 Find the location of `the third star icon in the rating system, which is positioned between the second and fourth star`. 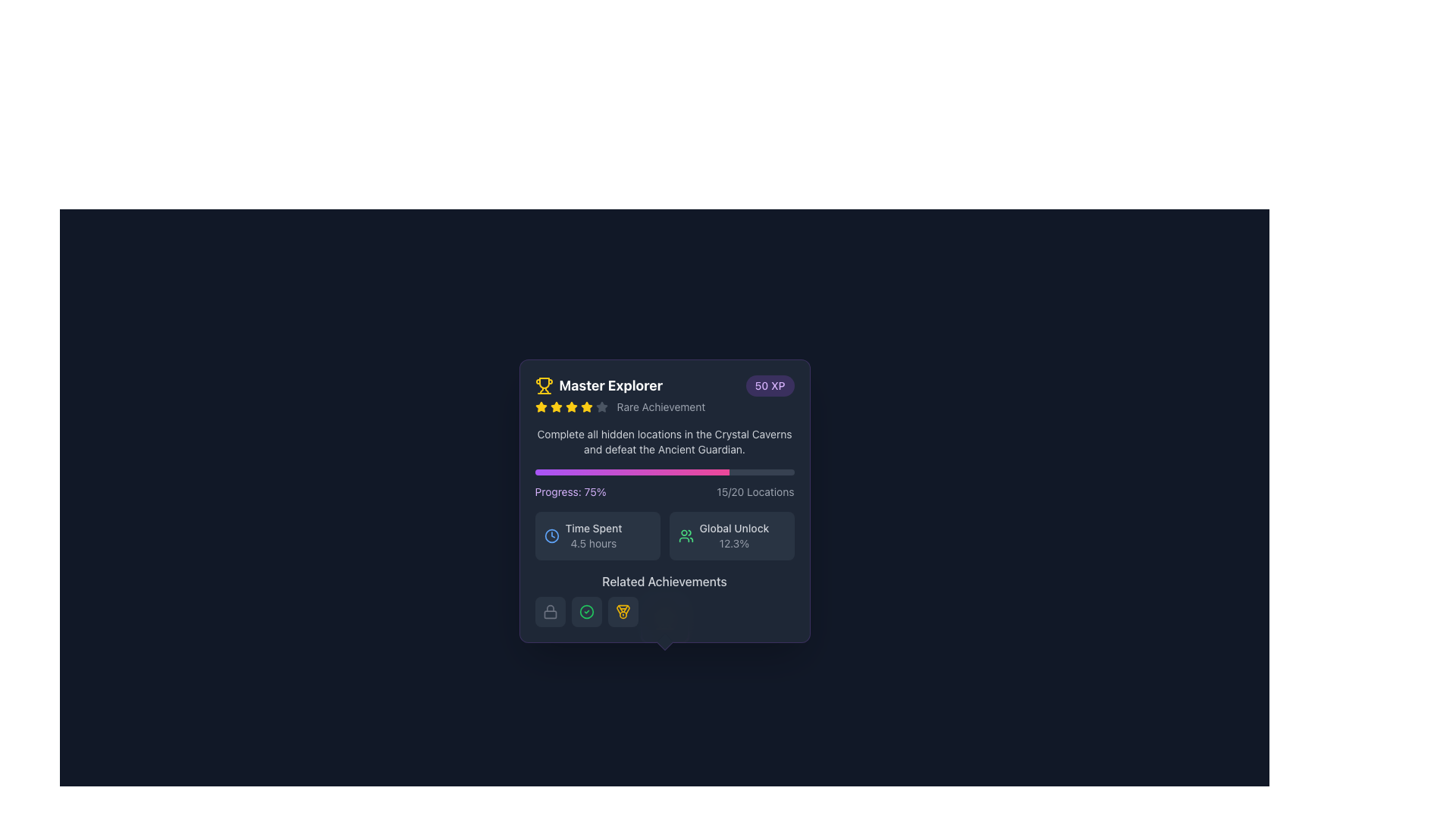

the third star icon in the rating system, which is positioned between the second and fourth star is located at coordinates (570, 406).